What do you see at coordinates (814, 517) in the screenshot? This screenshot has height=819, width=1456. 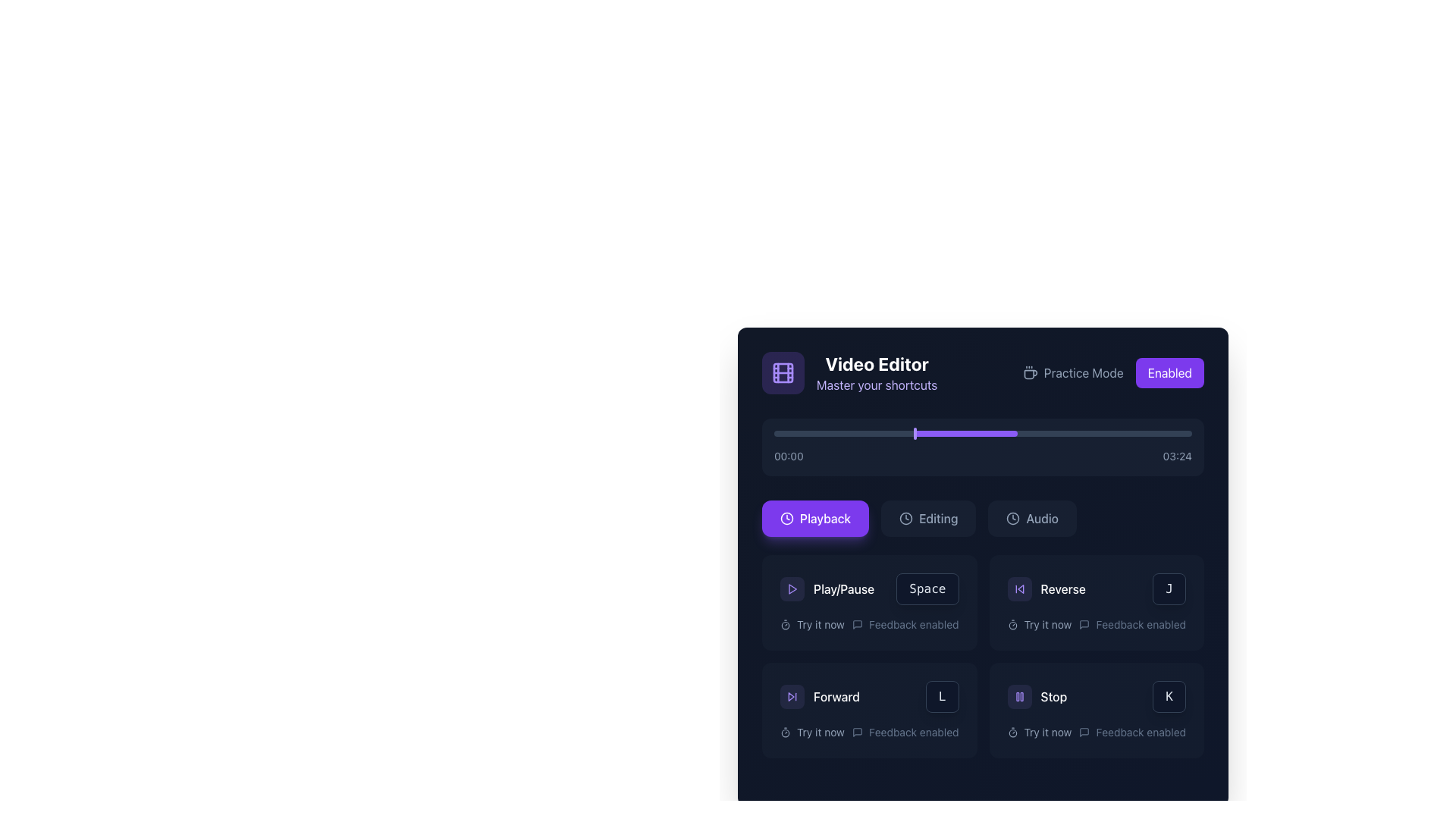 I see `the 'Playback' button with a clock icon, which is a vibrant violet rounded rectangular button located in the lower section of the 'Video Editor' interface` at bounding box center [814, 517].